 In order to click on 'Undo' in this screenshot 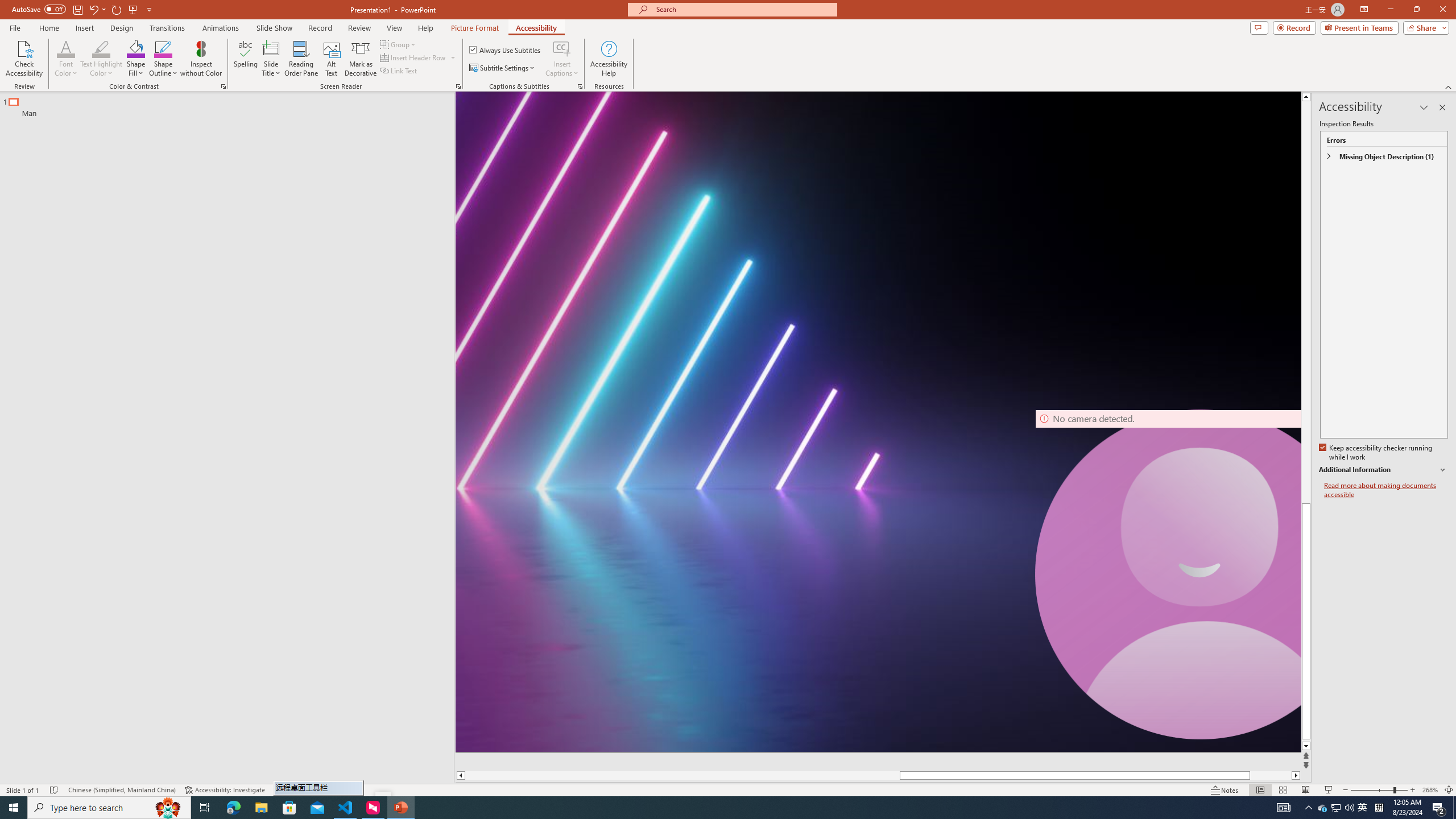, I will do `click(97, 9)`.